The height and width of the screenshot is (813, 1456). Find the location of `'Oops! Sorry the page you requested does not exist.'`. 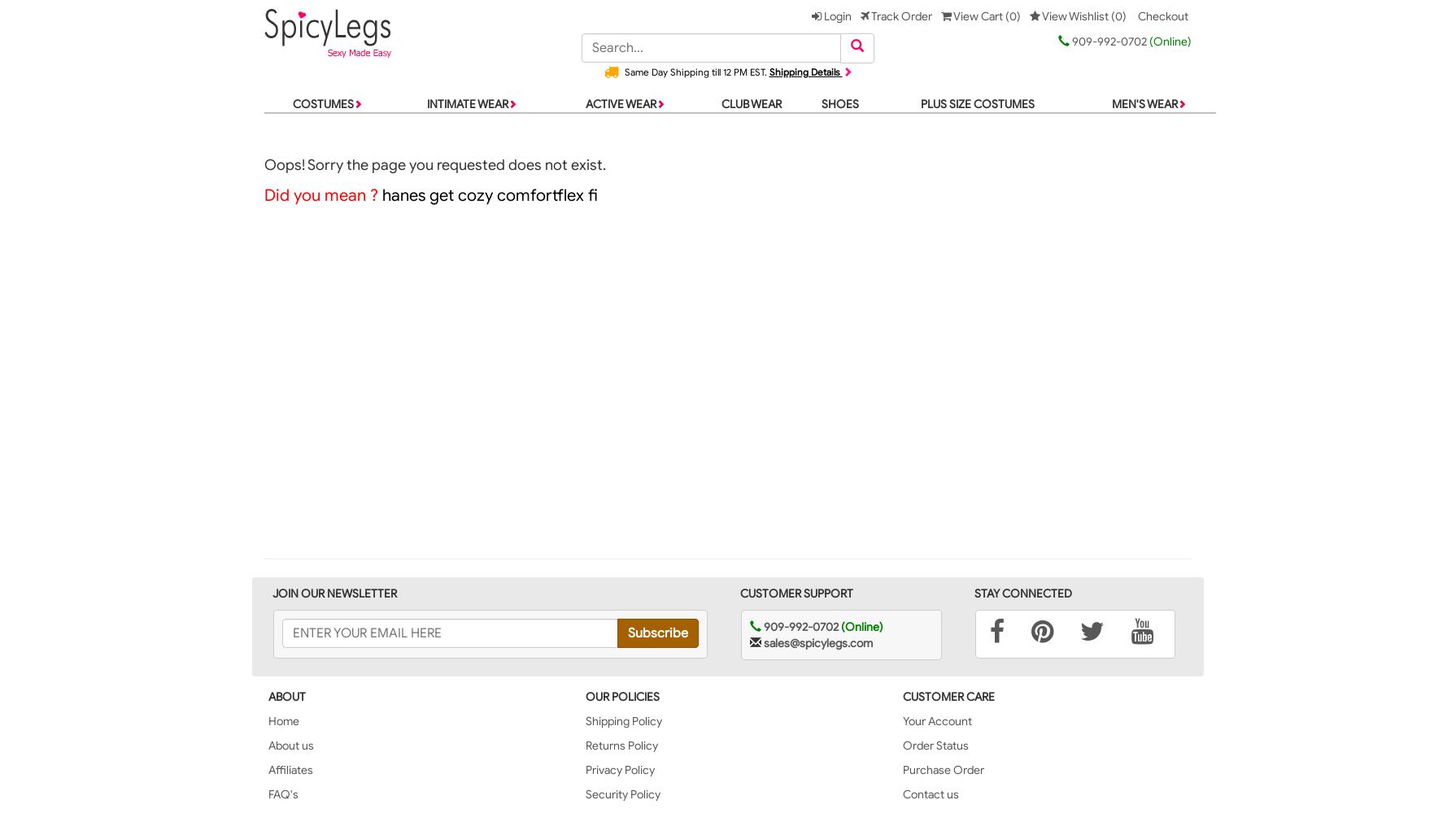

'Oops! Sorry the page you requested does not exist.' is located at coordinates (264, 163).